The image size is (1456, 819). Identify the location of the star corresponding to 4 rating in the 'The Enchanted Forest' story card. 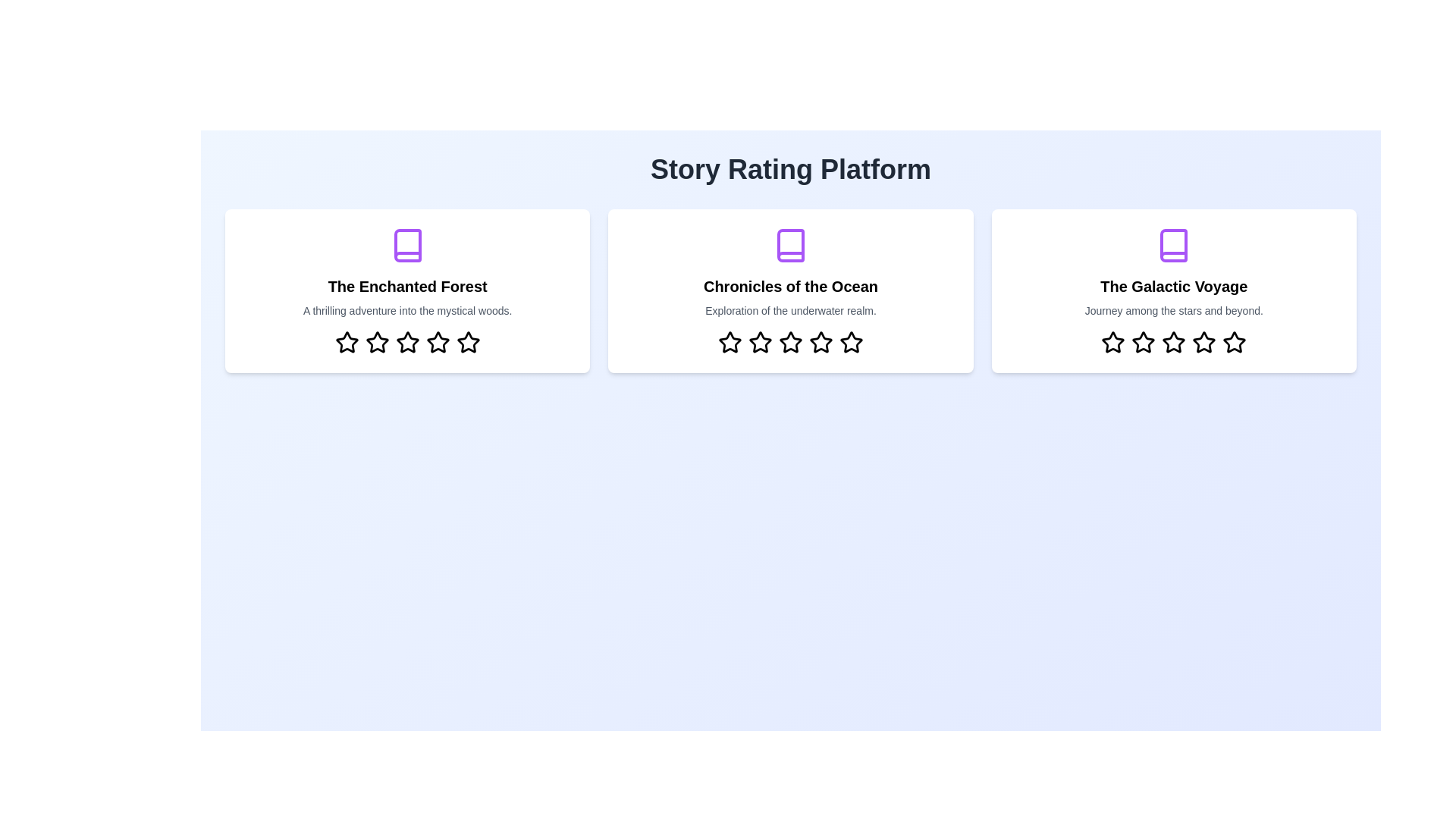
(437, 342).